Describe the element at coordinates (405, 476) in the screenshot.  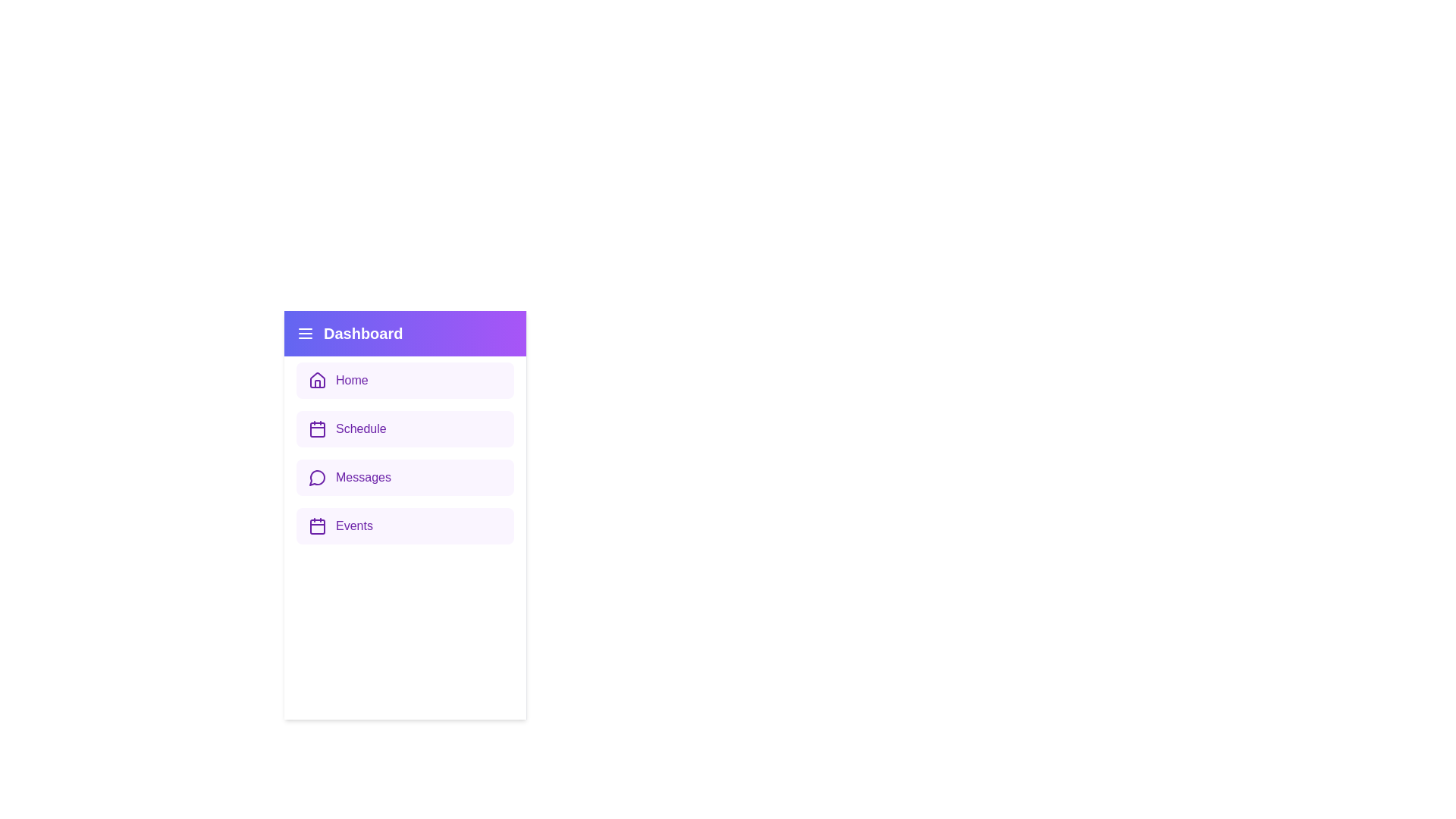
I see `the 'Messages' button to navigate to the 'Messages' section` at that location.